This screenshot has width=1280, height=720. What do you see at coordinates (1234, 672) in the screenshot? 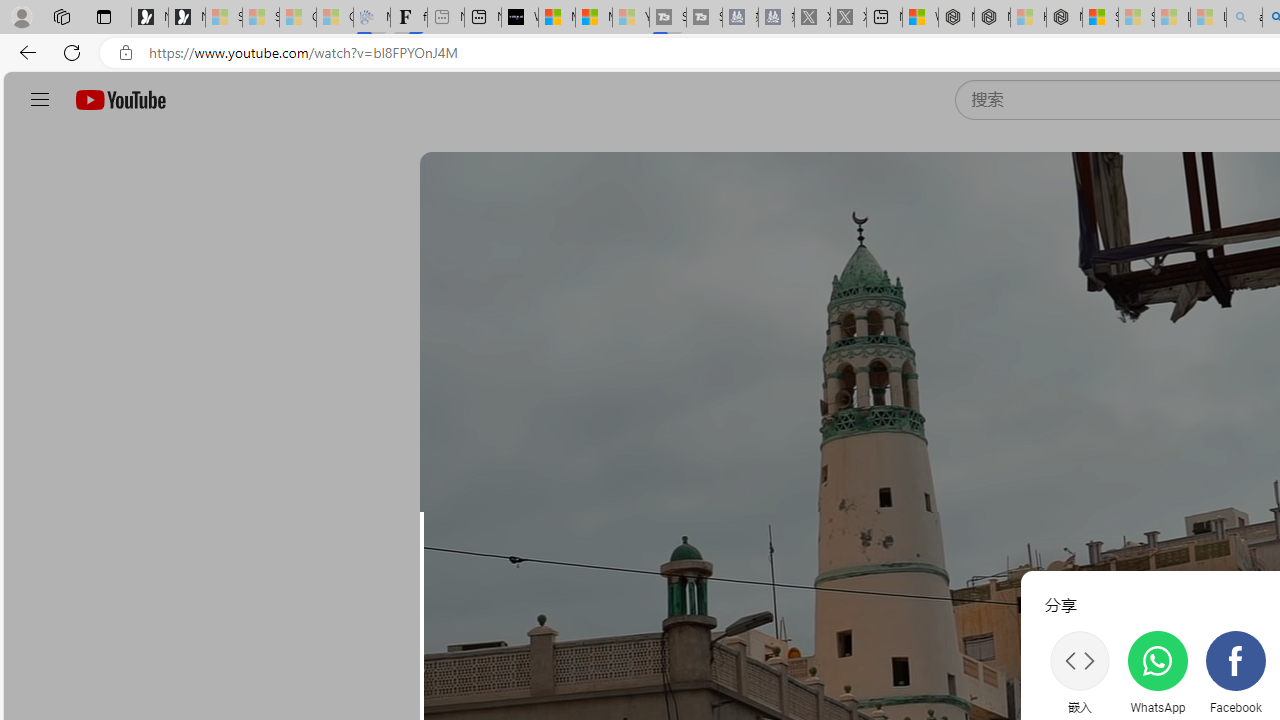
I see `'Facebook'` at bounding box center [1234, 672].